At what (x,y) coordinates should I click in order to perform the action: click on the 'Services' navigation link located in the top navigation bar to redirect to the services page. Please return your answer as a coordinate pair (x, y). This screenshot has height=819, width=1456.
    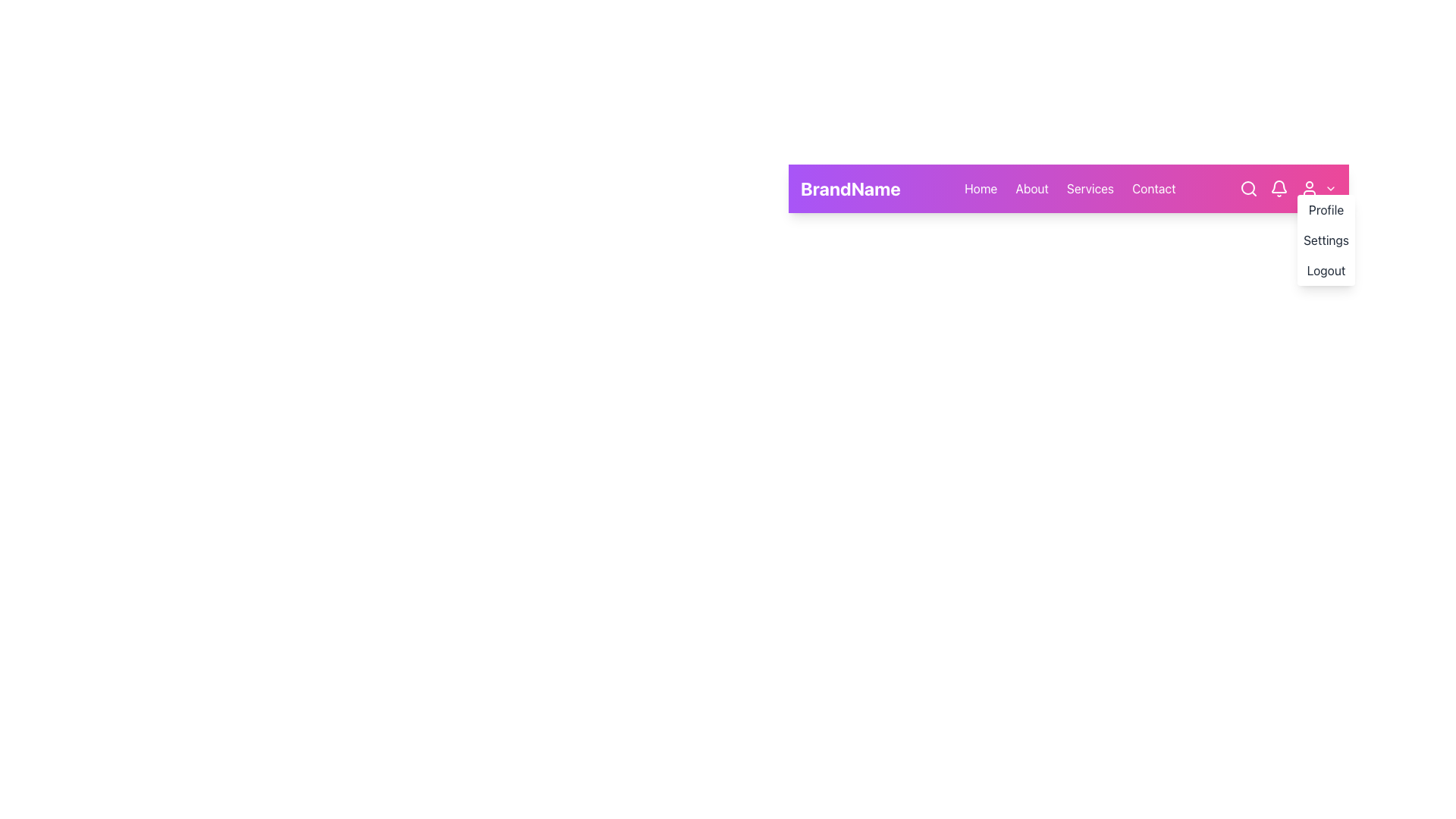
    Looking at the image, I should click on (1068, 188).